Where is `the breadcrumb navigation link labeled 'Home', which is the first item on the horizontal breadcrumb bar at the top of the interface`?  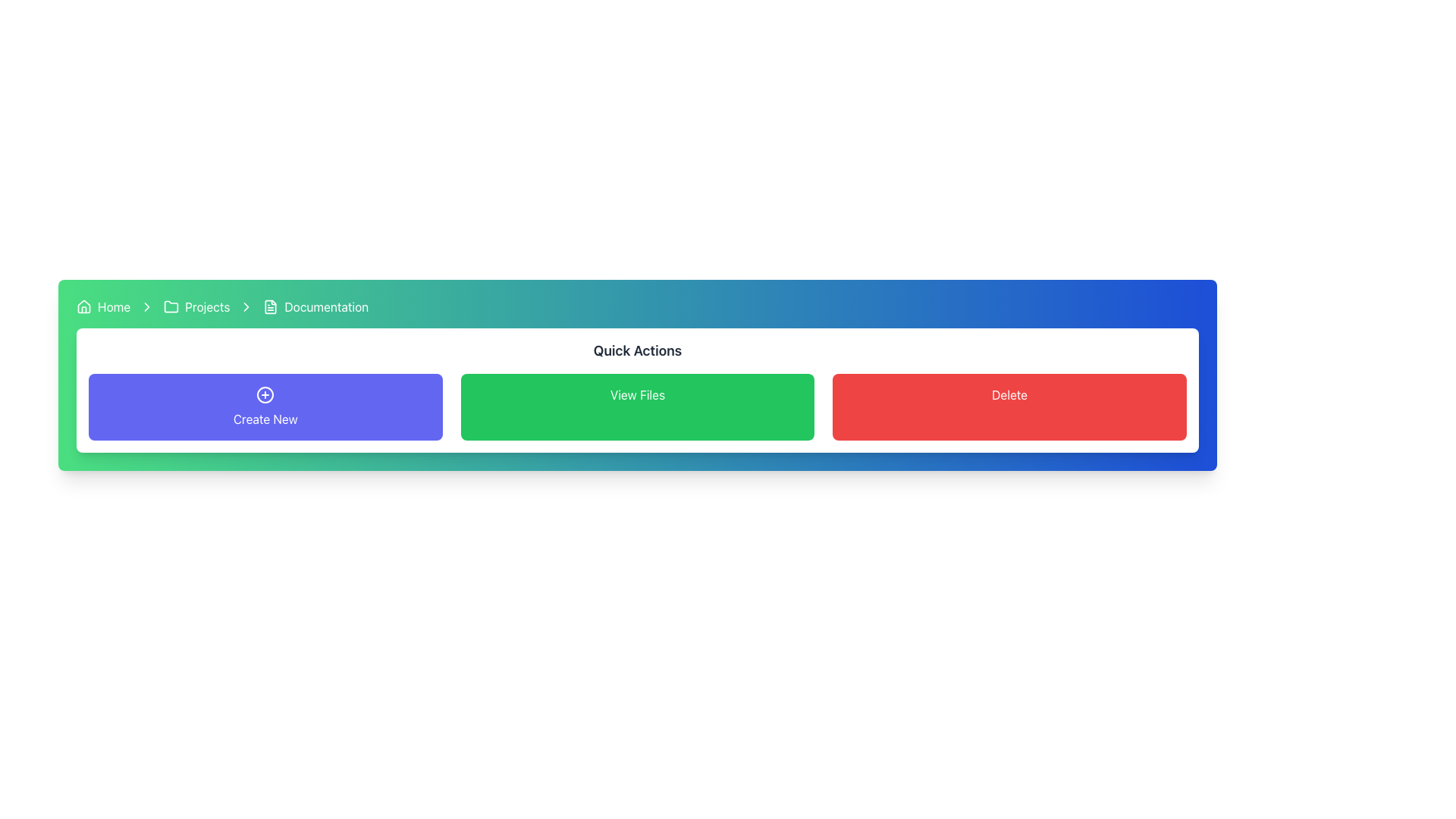
the breadcrumb navigation link labeled 'Home', which is the first item on the horizontal breadcrumb bar at the top of the interface is located at coordinates (102, 307).